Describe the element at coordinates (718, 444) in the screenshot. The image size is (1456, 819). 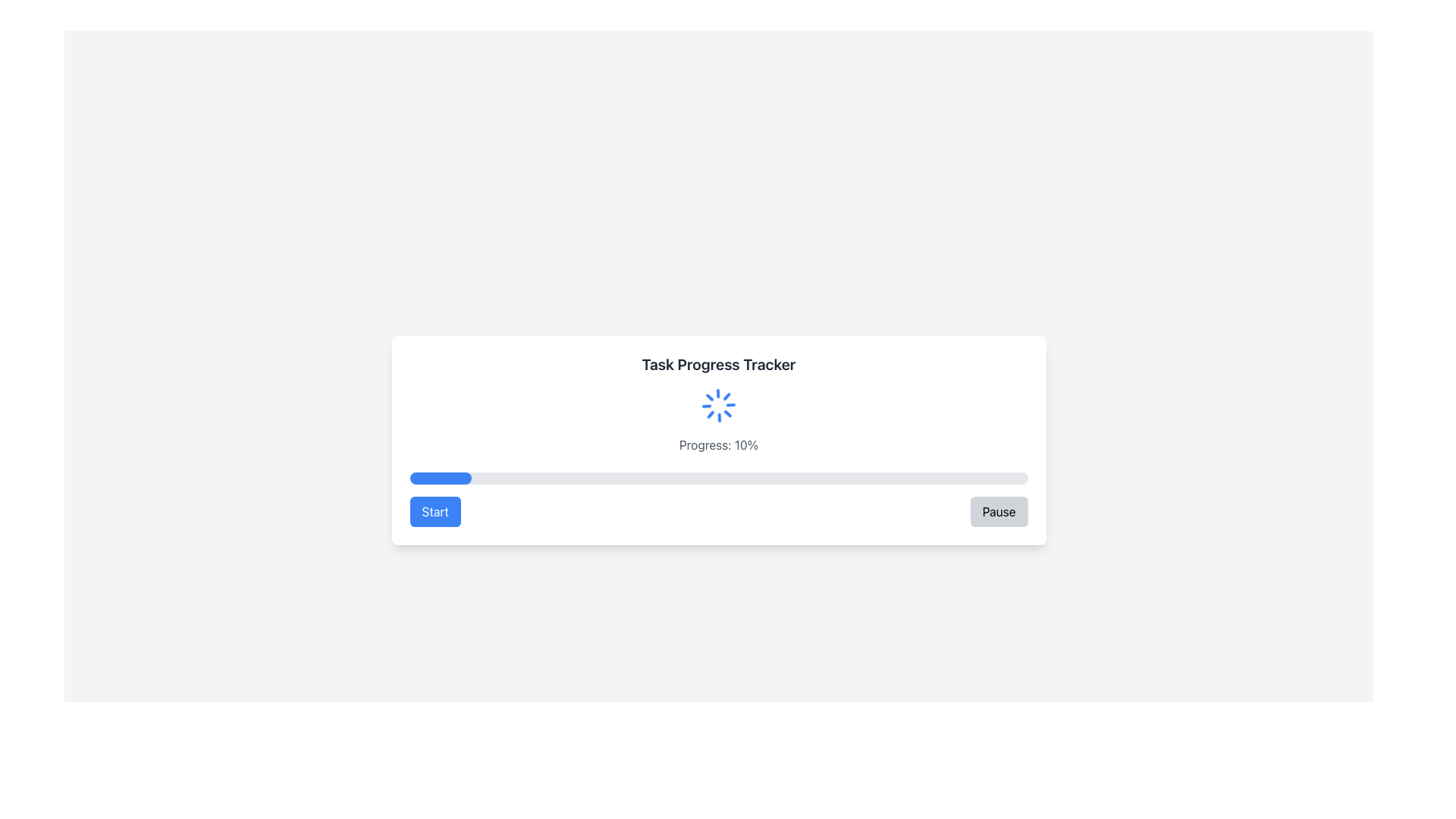
I see `the text display showing 'Progress: 0%' which is styled in gray and located at the bottom-center of the interface, below the spinning loader` at that location.